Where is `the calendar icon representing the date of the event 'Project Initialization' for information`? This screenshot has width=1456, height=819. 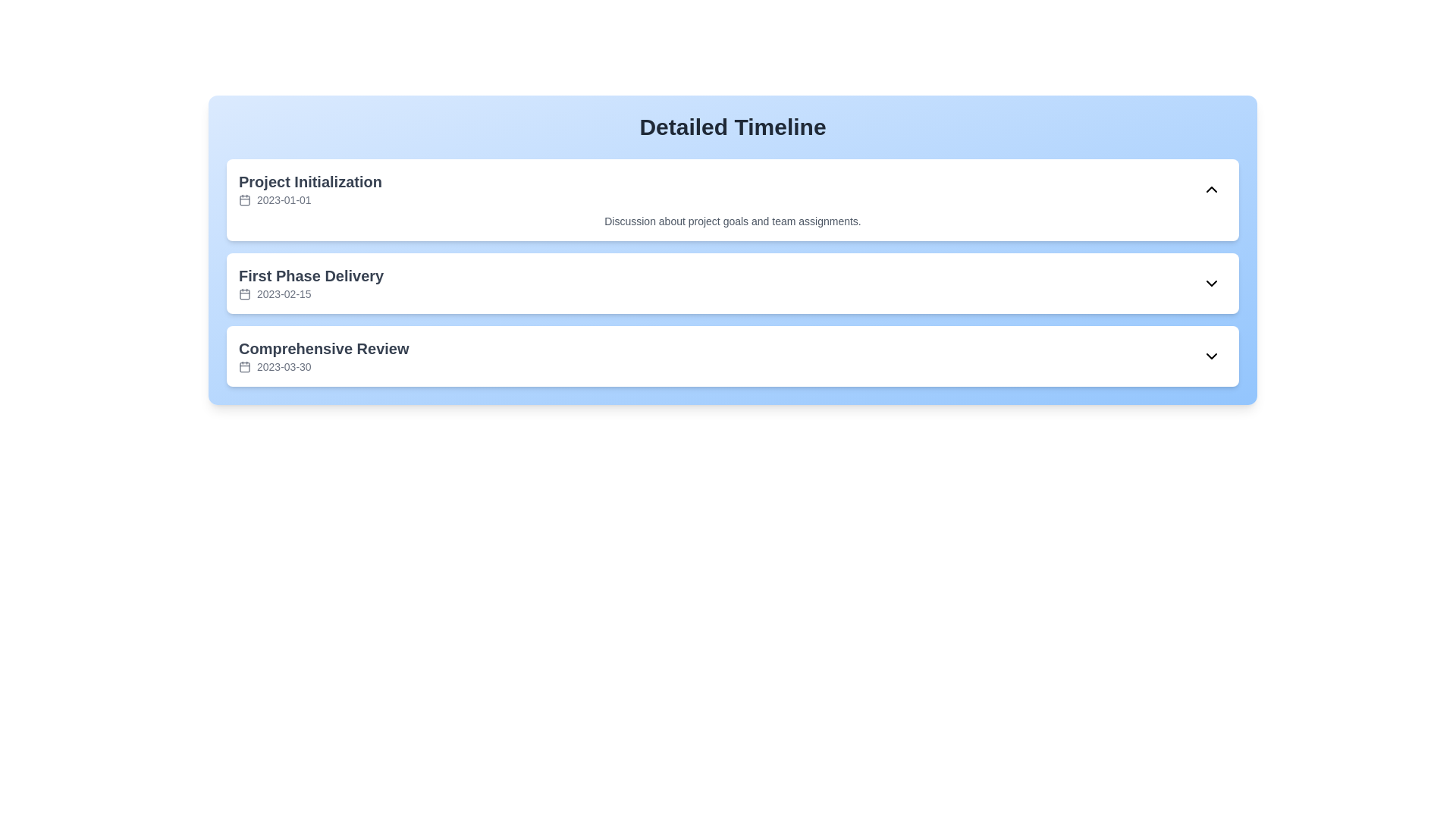
the calendar icon representing the date of the event 'Project Initialization' for information is located at coordinates (244, 199).